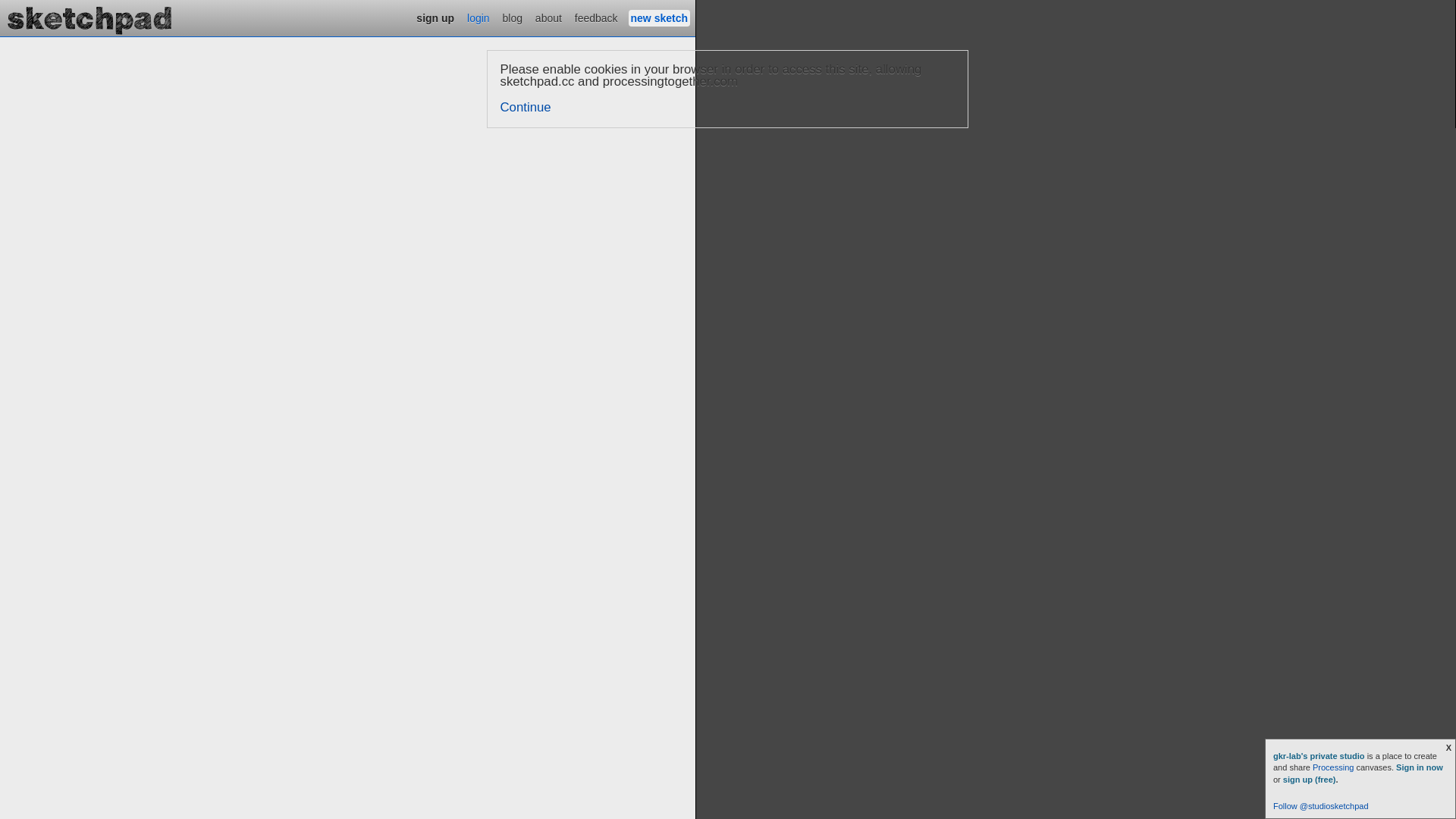  I want to click on 'new sketch', so click(659, 17).